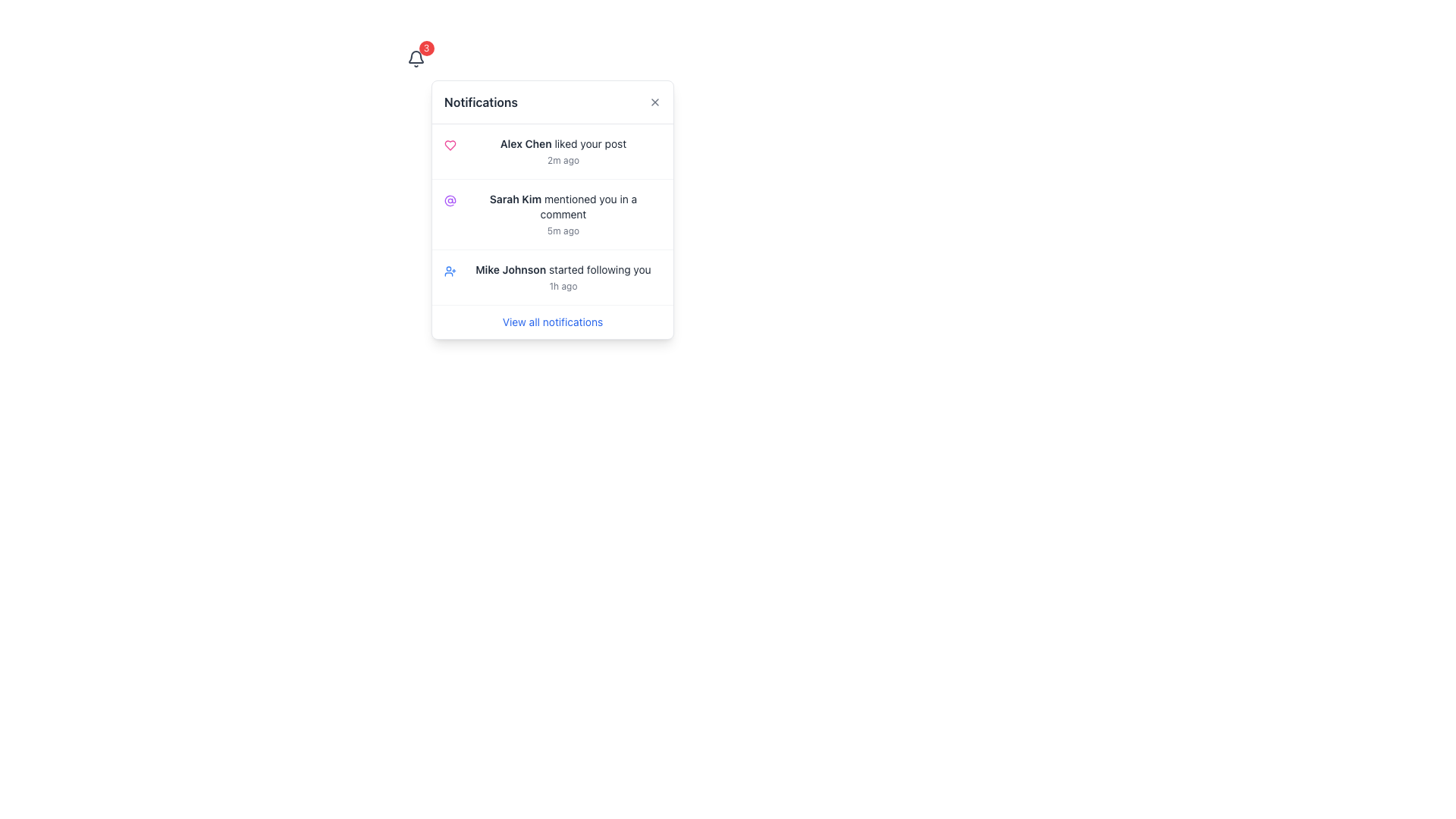  What do you see at coordinates (480, 102) in the screenshot?
I see `the 'Notifications' text label, which is styled in bold dark gray font and located in the header section of the notifications dropdown menu` at bounding box center [480, 102].